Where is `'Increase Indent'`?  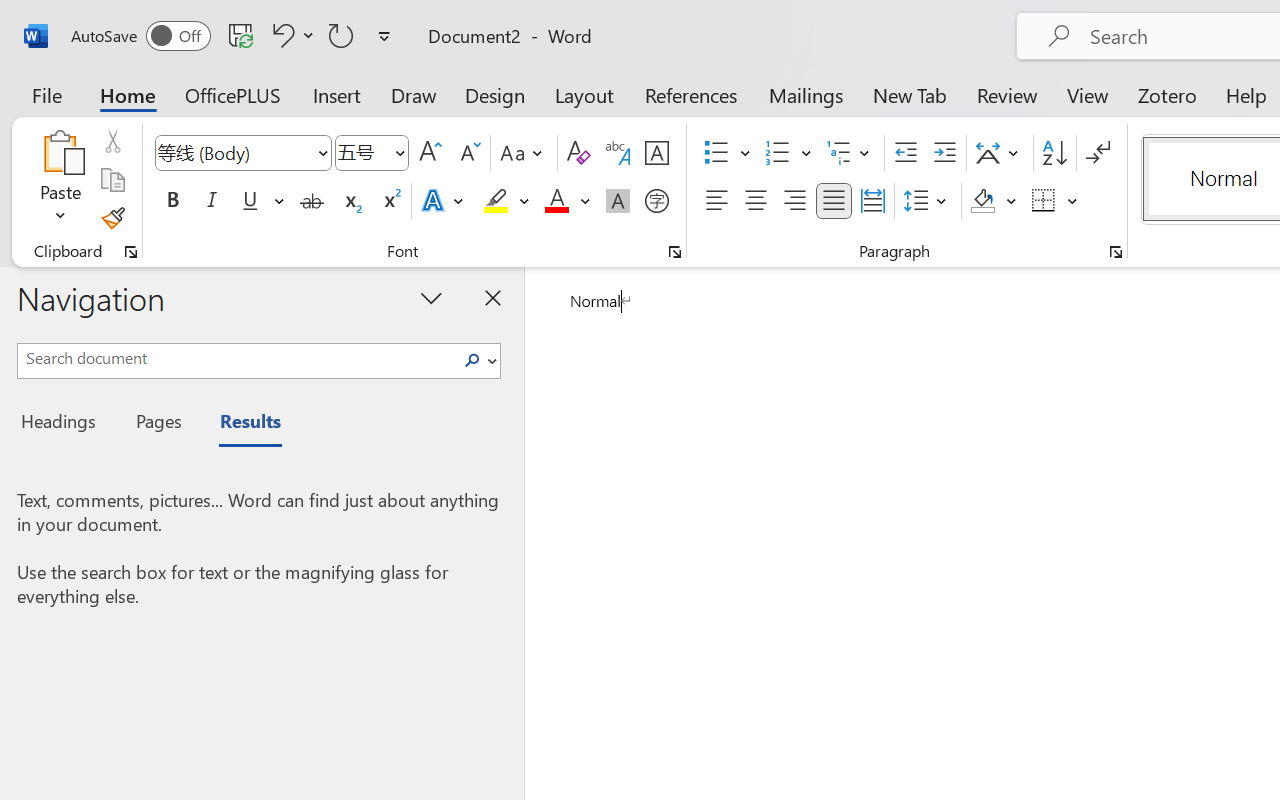
'Increase Indent' is located at coordinates (943, 153).